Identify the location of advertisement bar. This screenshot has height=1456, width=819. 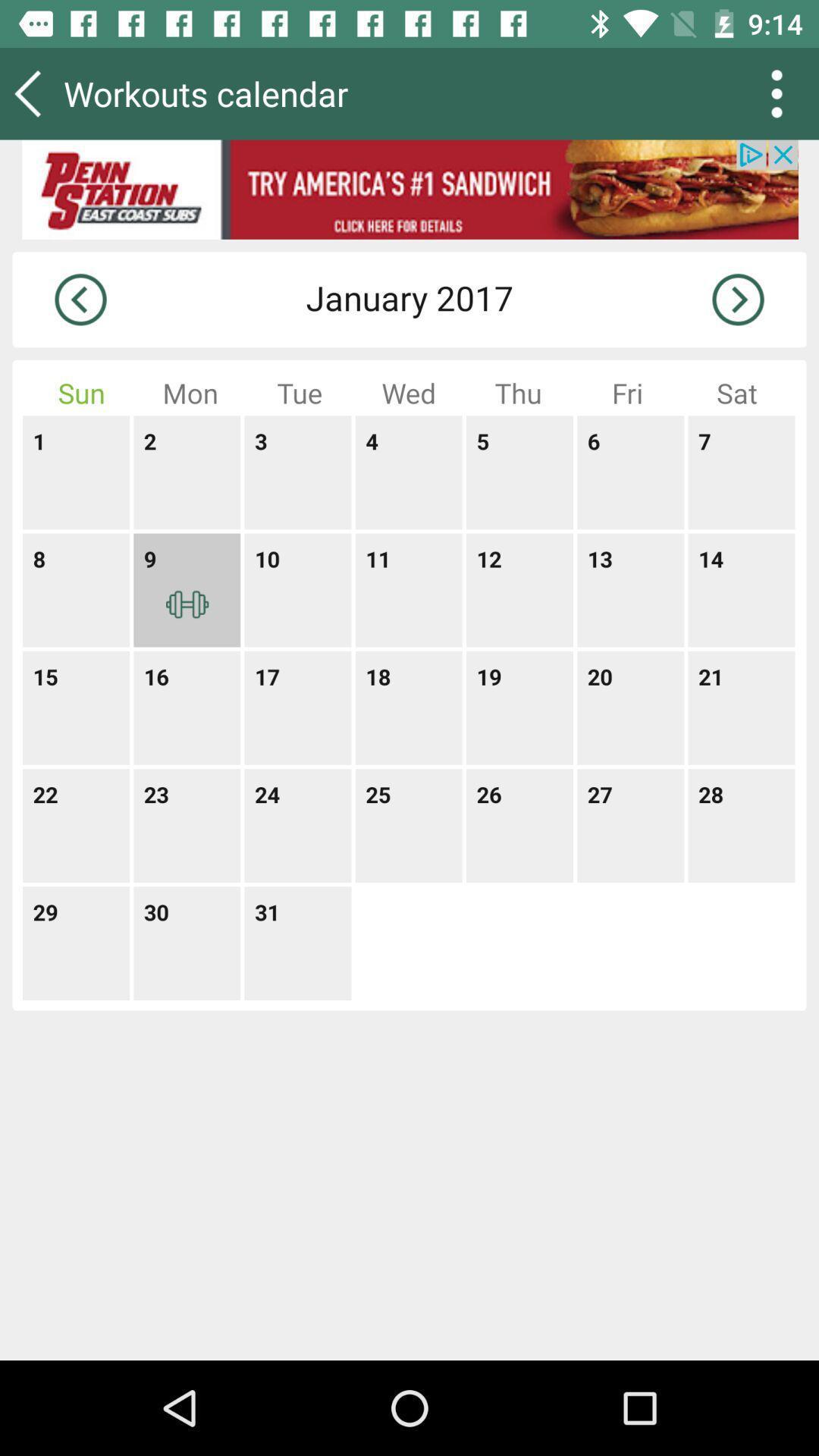
(409, 189).